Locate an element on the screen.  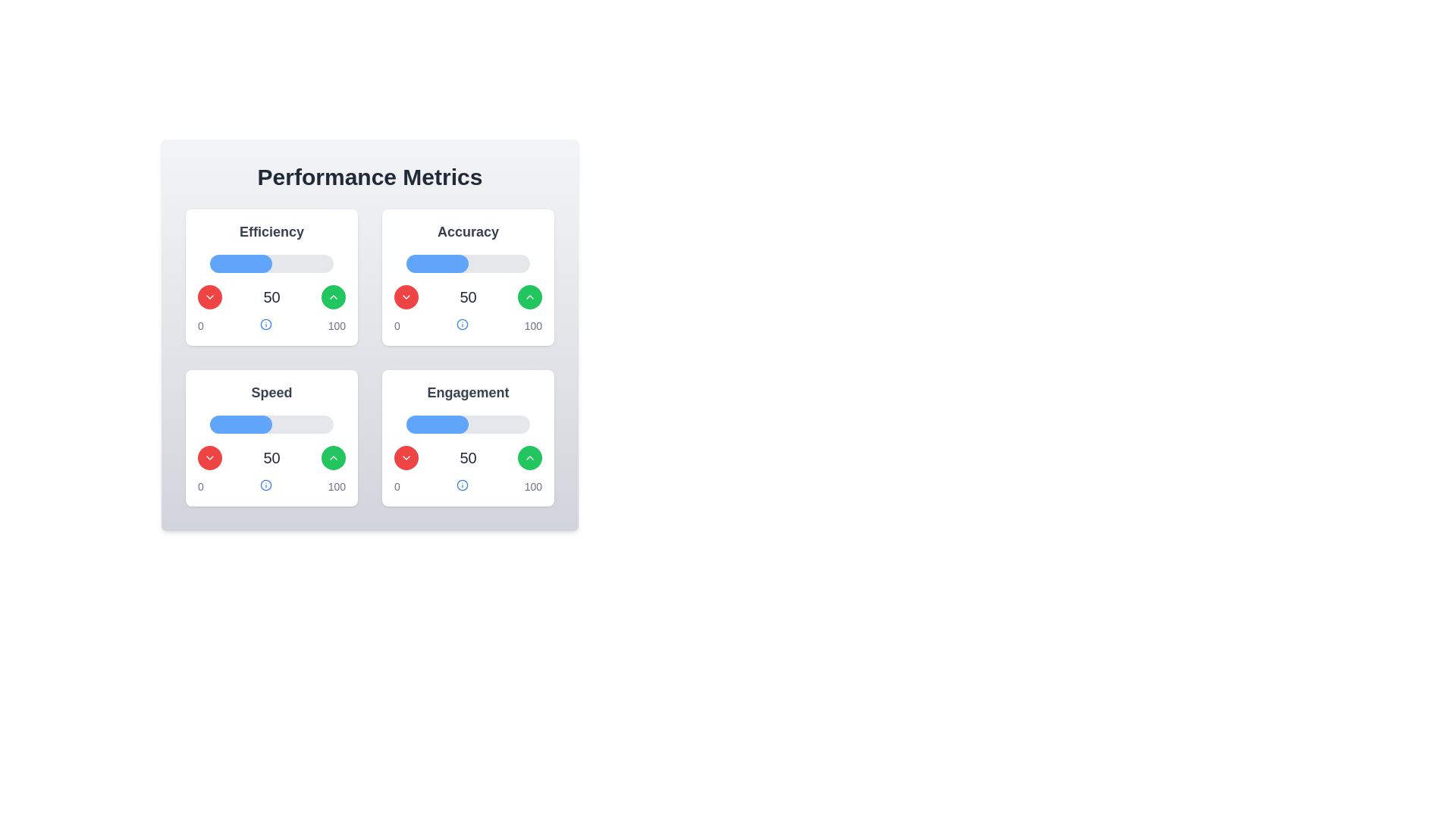
the progress bar or slider is located at coordinates (328, 424).